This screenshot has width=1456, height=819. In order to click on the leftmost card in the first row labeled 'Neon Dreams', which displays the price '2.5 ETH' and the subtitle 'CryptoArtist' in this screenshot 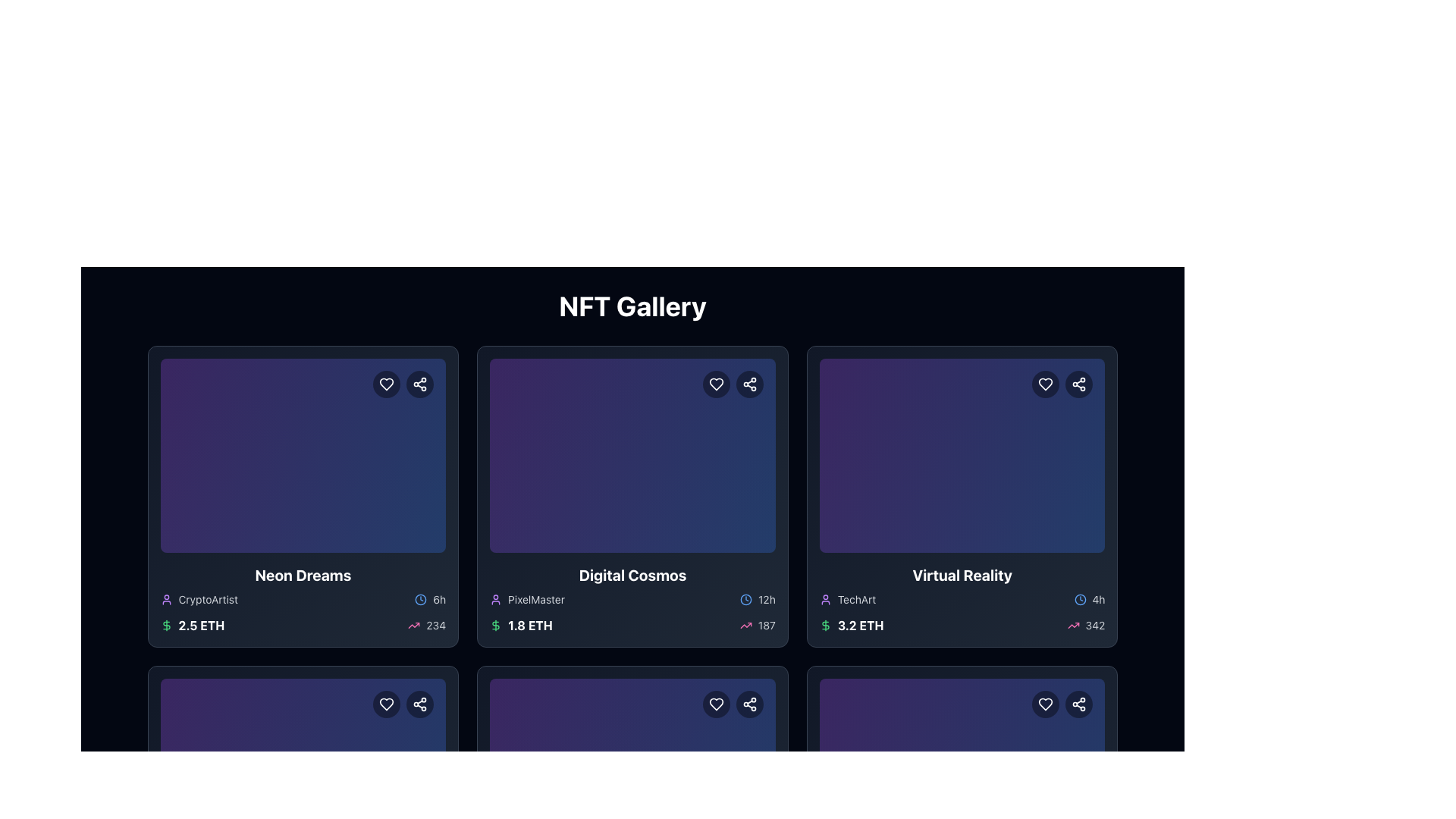, I will do `click(303, 497)`.